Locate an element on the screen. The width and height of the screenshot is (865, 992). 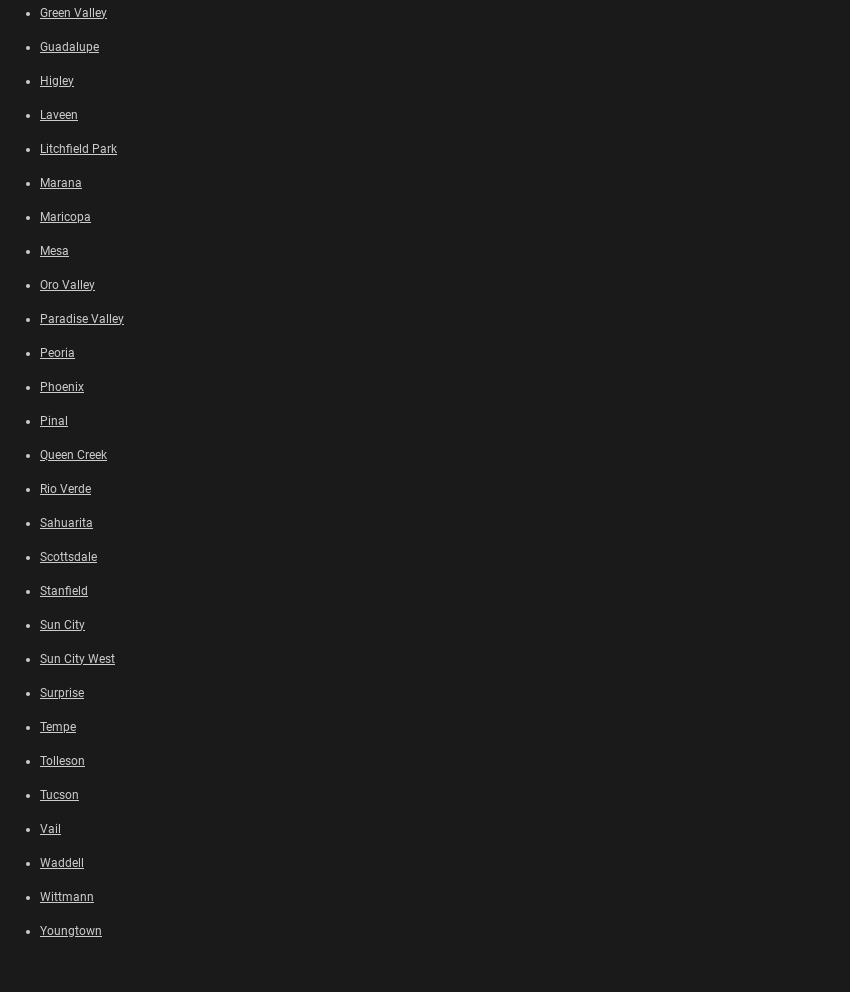
'Surprise' is located at coordinates (62, 691).